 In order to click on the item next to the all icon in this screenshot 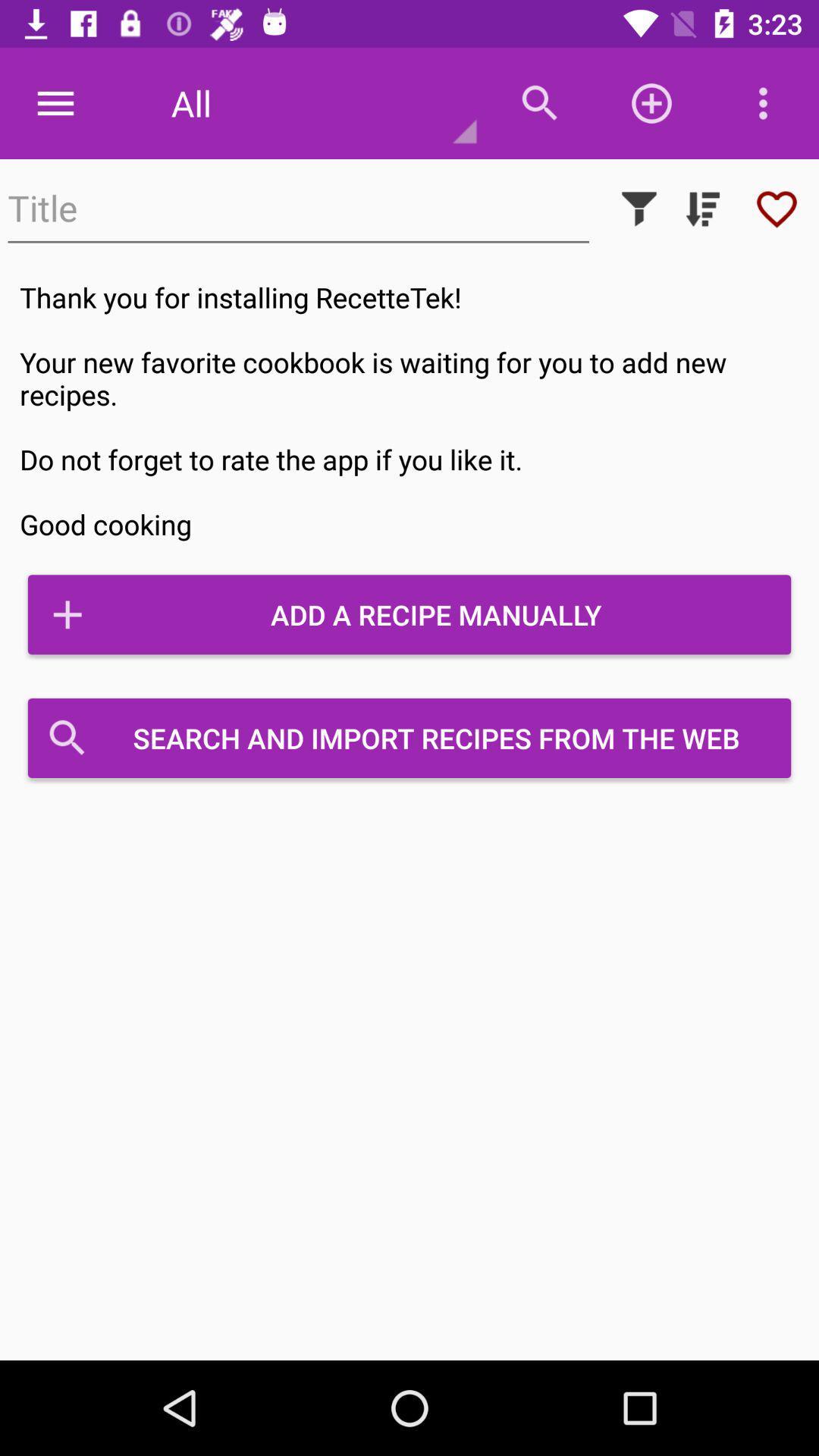, I will do `click(55, 102)`.